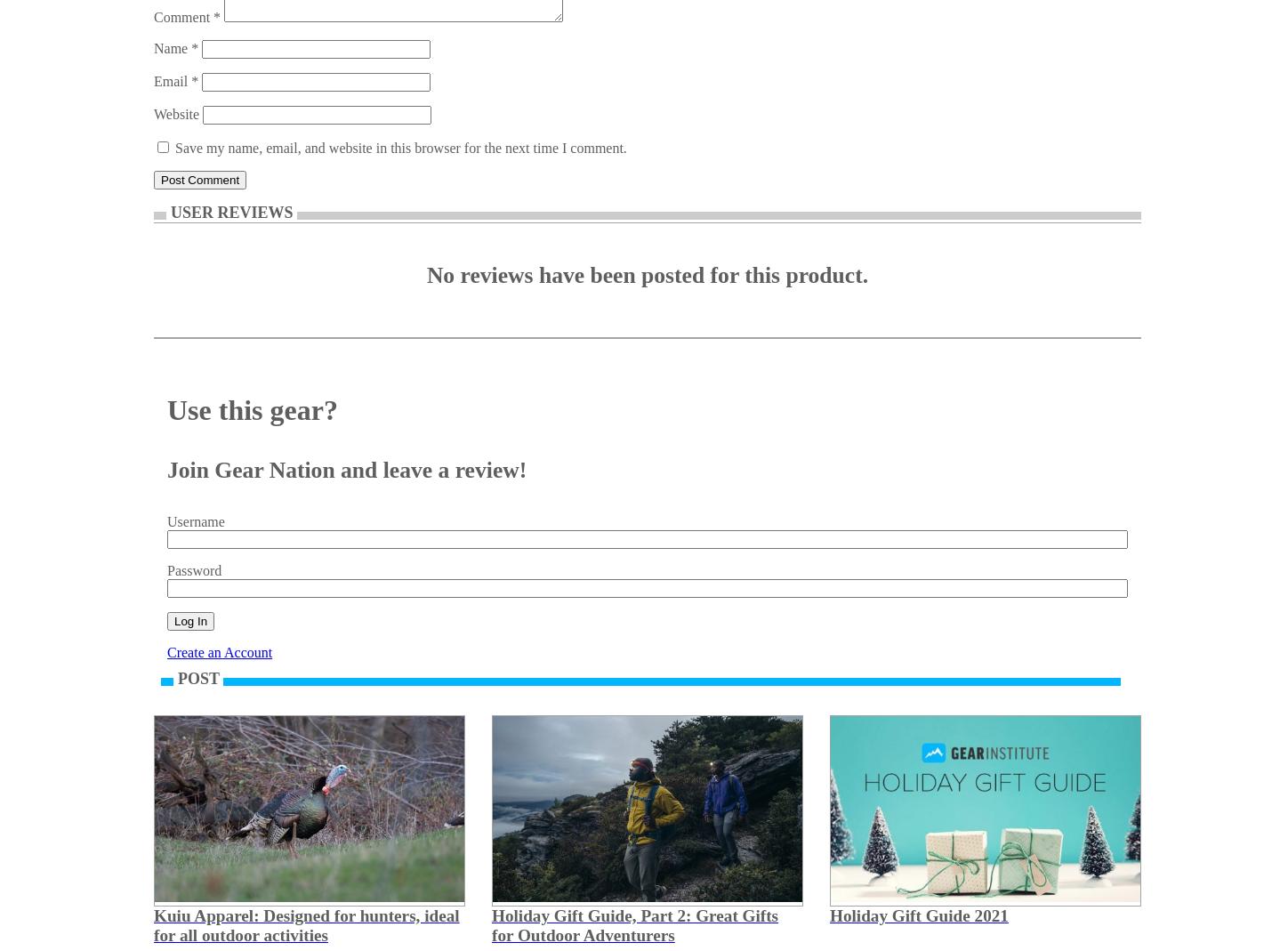 The height and width of the screenshot is (951, 1288). What do you see at coordinates (194, 570) in the screenshot?
I see `'Password'` at bounding box center [194, 570].